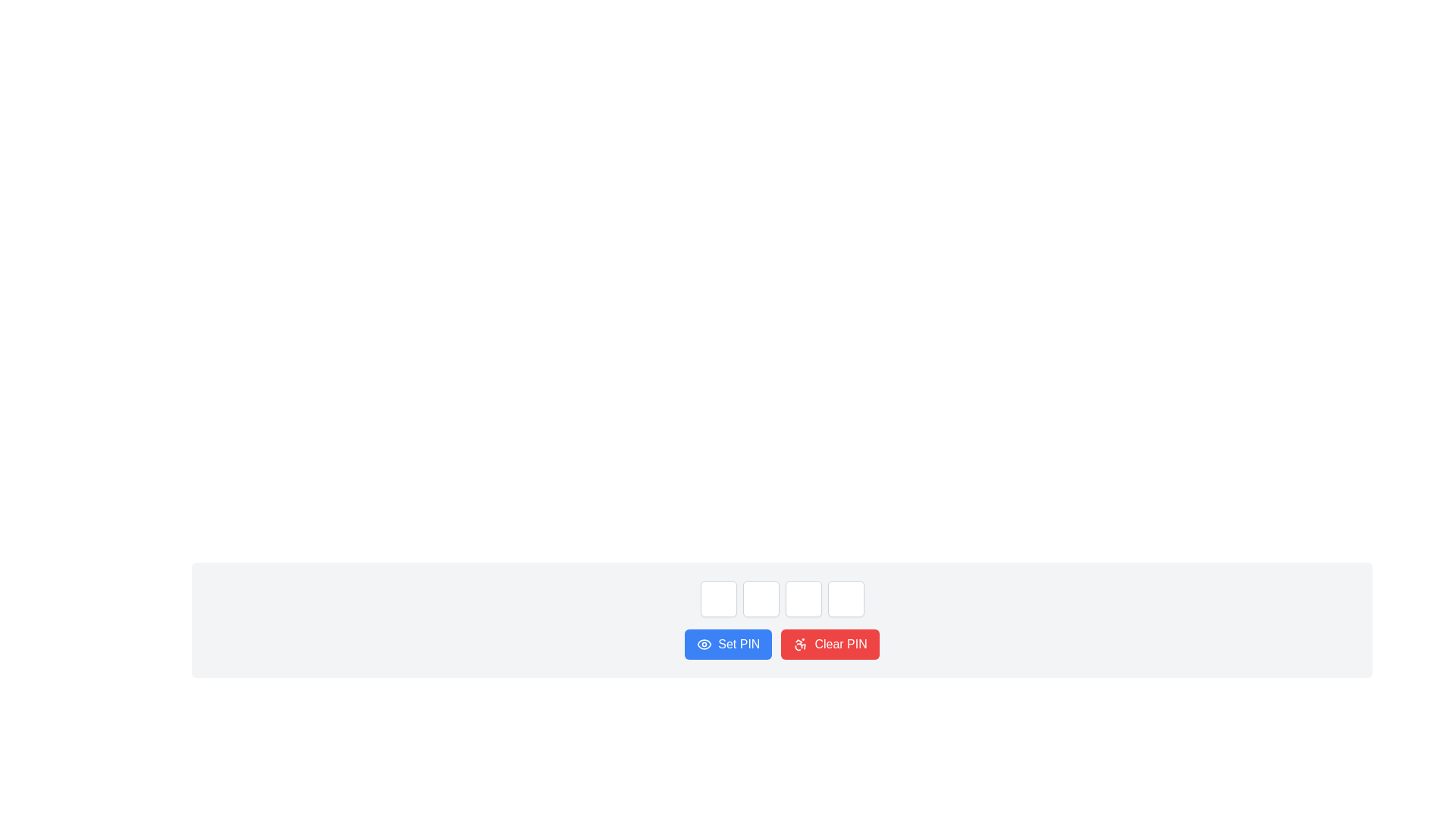  Describe the element at coordinates (839, 644) in the screenshot. I see `the text label inside the red button that indicates the action of clearing the existing PIN, located at the bottom-right of the main interface` at that location.